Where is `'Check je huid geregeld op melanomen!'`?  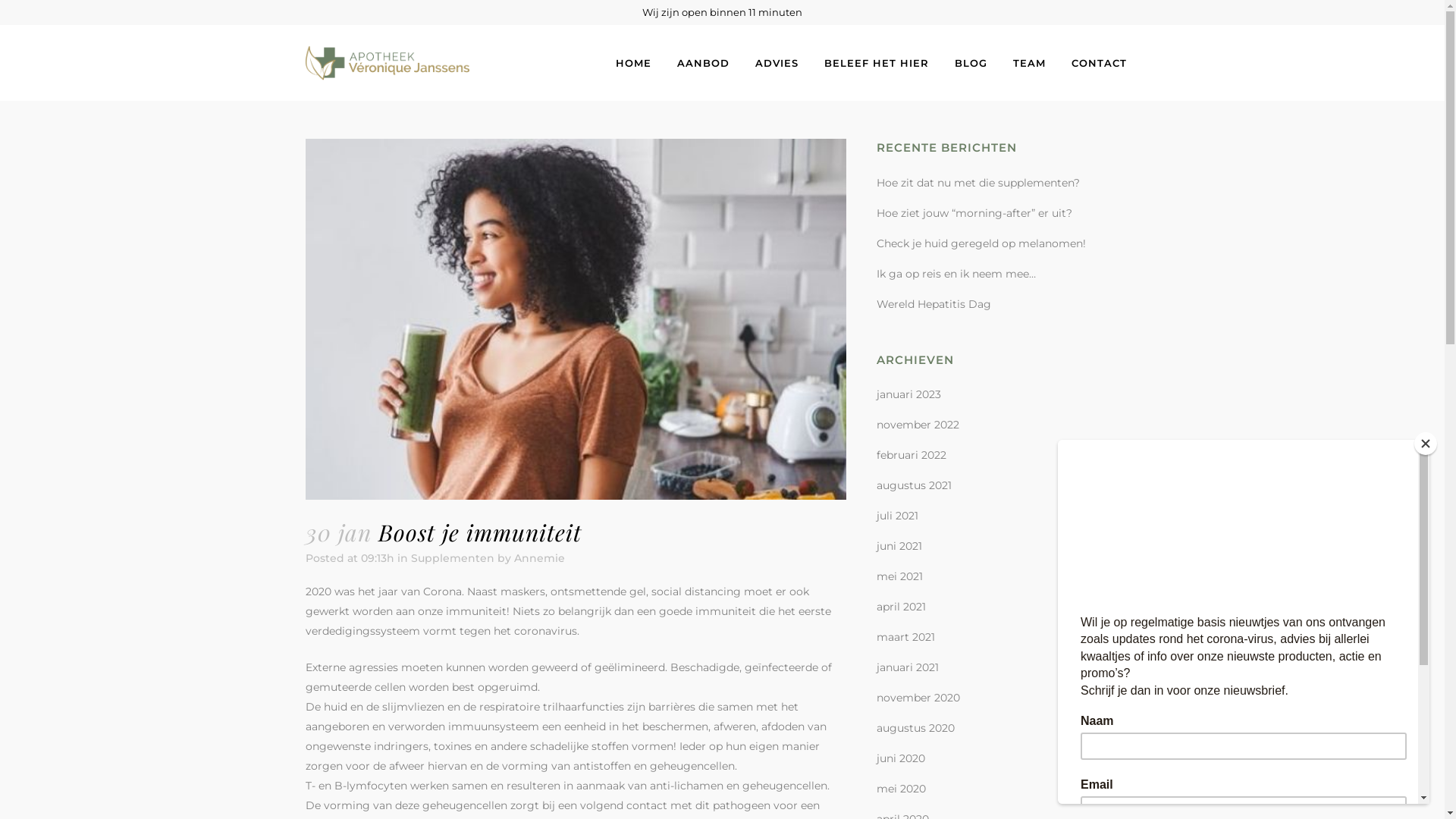
'Check je huid geregeld op melanomen!' is located at coordinates (877, 242).